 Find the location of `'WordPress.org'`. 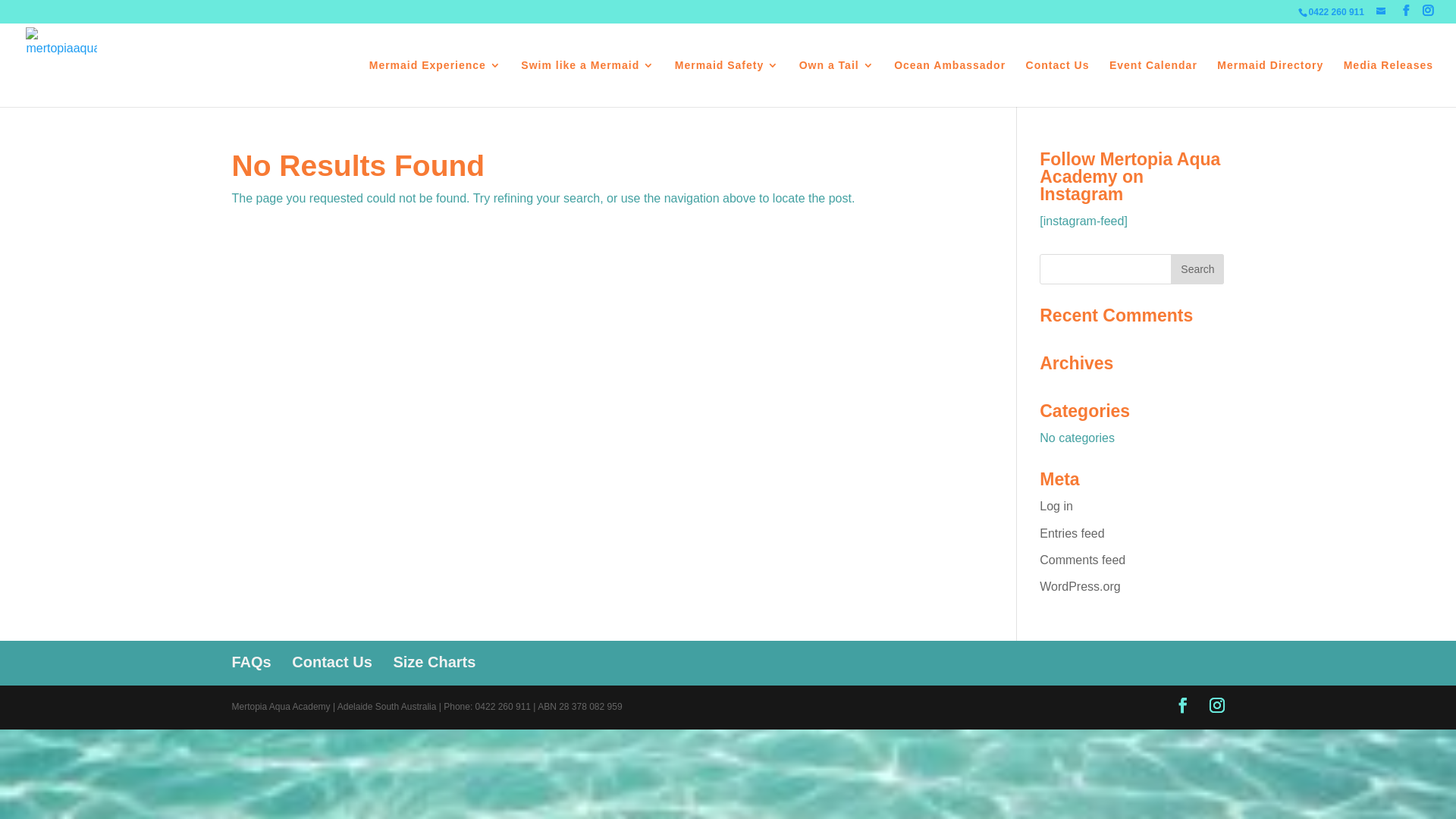

'WordPress.org' is located at coordinates (1079, 585).